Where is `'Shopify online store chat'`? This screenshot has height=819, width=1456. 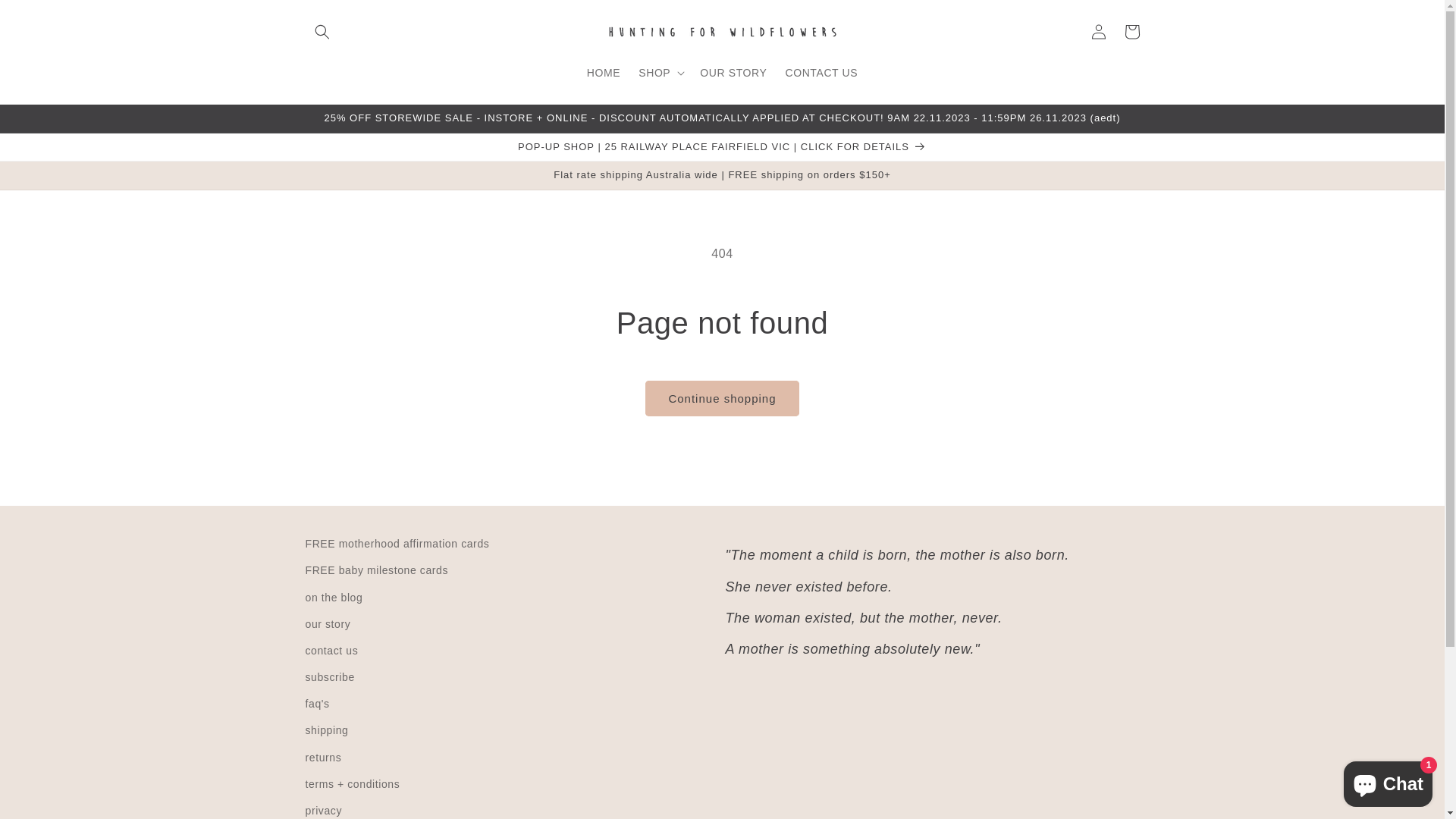
'Shopify online store chat' is located at coordinates (1388, 780).